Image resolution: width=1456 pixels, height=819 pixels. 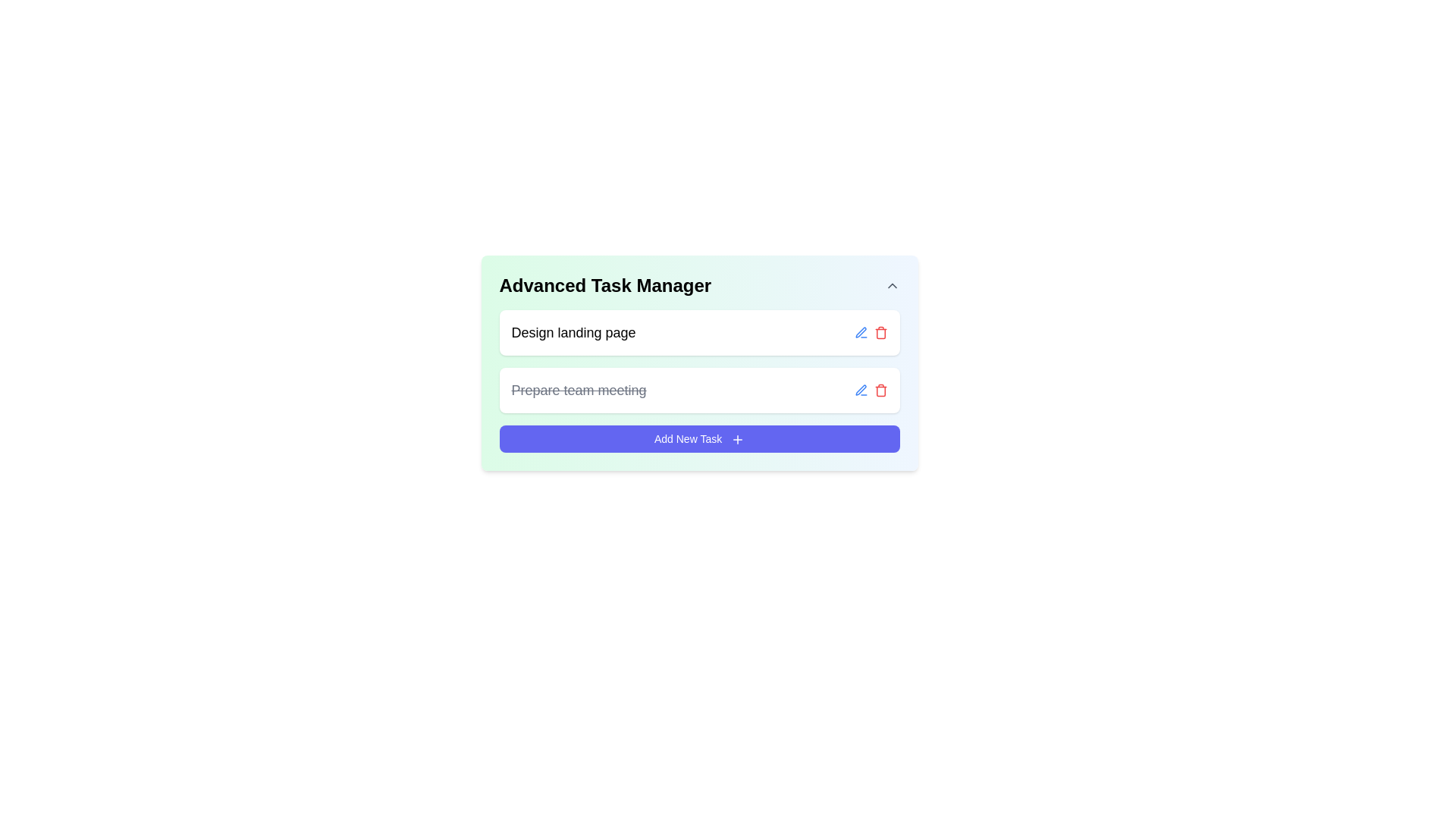 I want to click on the button used to add a new task, located at the bottom of the card under 'Design landing page' and 'Prepare team meeting', so click(x=698, y=439).